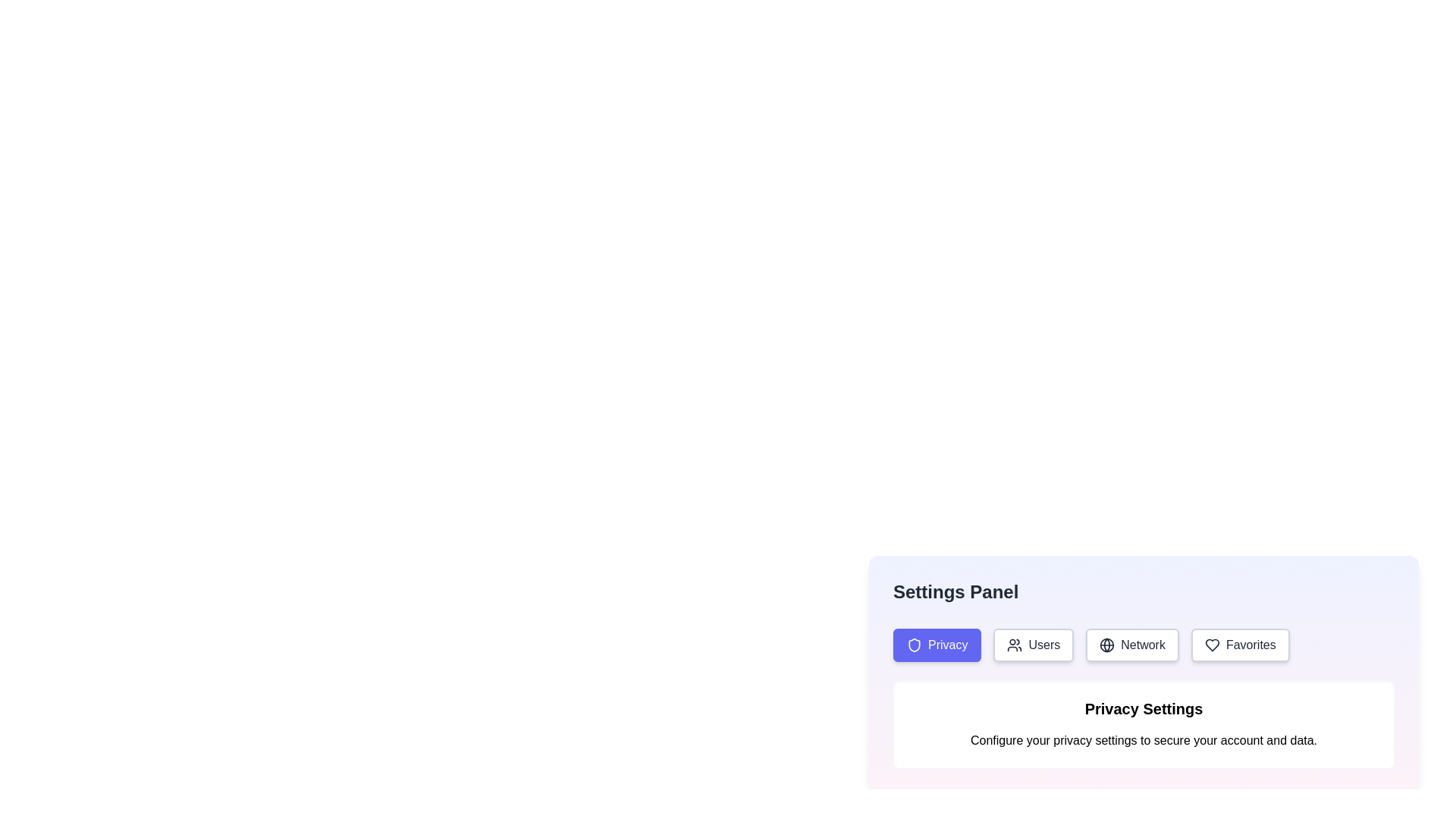 This screenshot has width=1456, height=819. What do you see at coordinates (913, 645) in the screenshot?
I see `the 'Privacy' button which contains a shield-shaped icon for accessing privacy settings` at bounding box center [913, 645].